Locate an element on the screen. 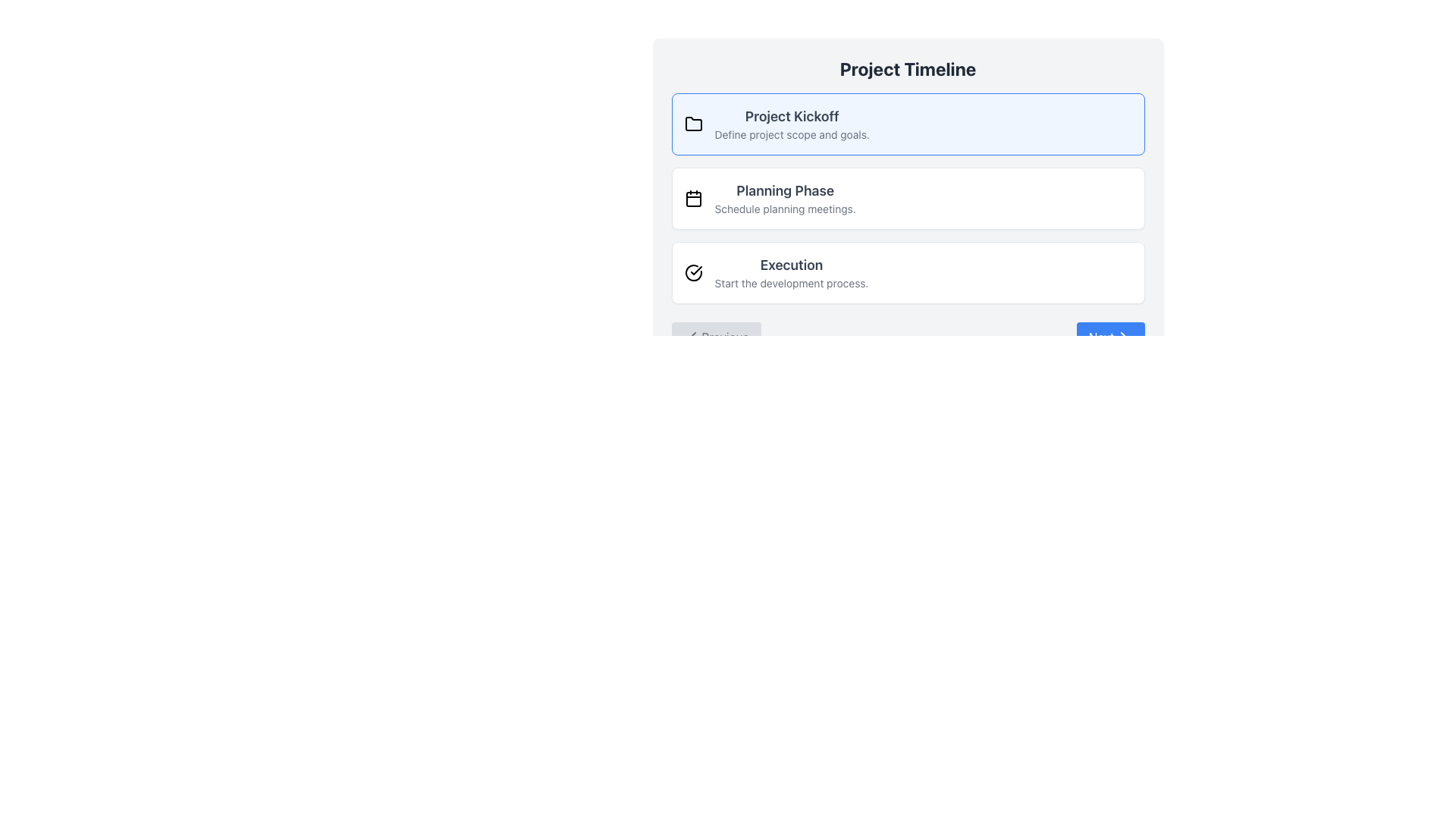  the 'Planning Phase' content block in the project timeline, which summarizes actions related to scheduling planning meetings is located at coordinates (908, 205).